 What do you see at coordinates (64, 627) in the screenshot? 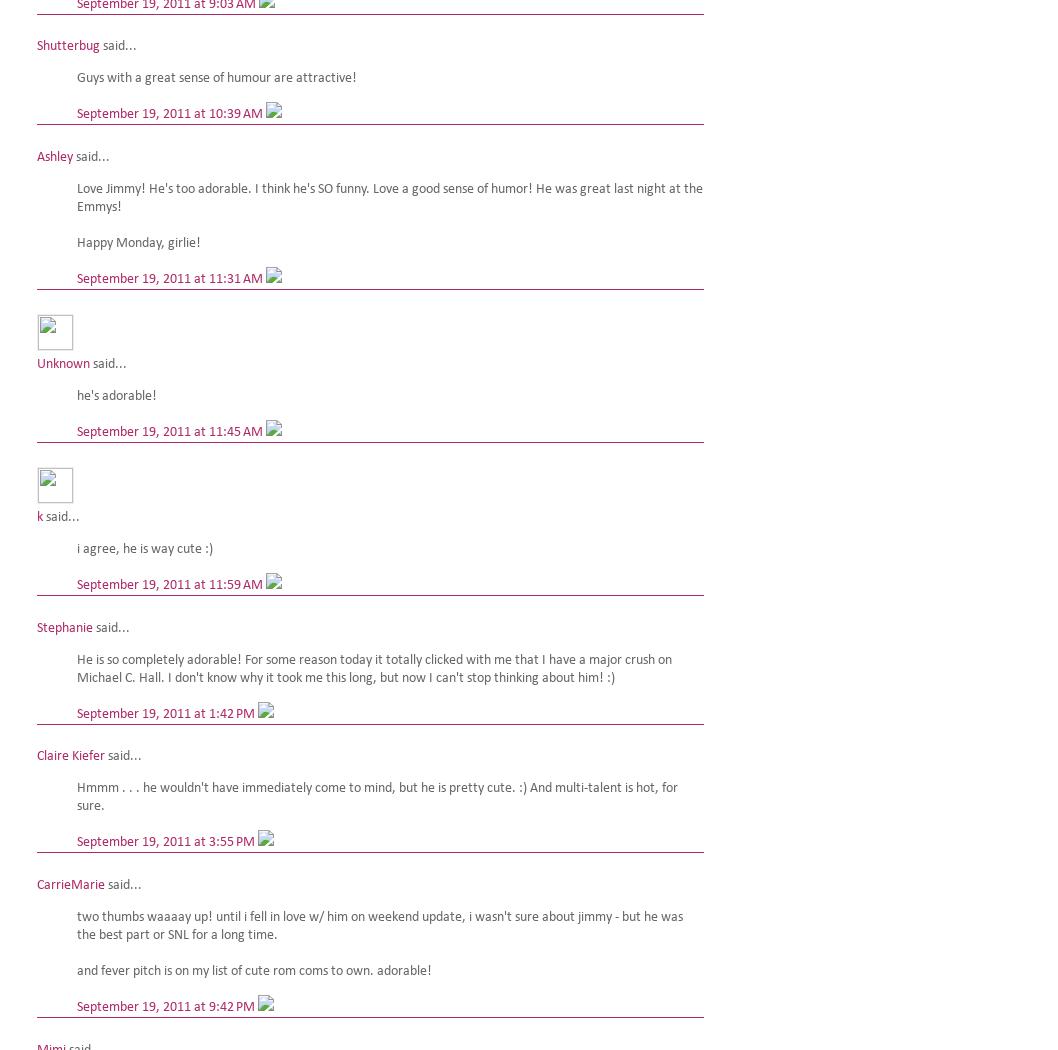
I see `'Stephanie'` at bounding box center [64, 627].